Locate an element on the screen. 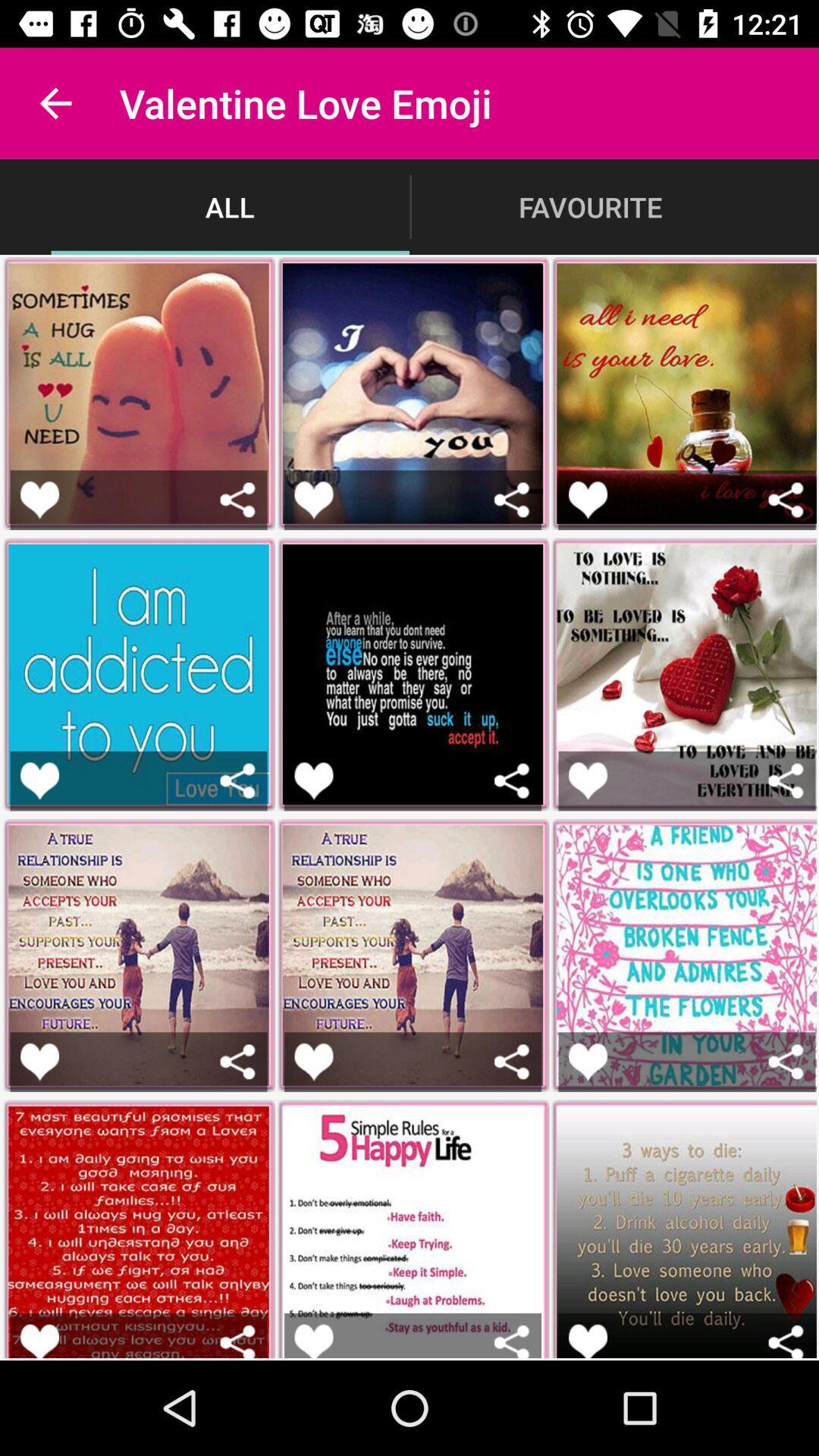  similar items is located at coordinates (785, 780).